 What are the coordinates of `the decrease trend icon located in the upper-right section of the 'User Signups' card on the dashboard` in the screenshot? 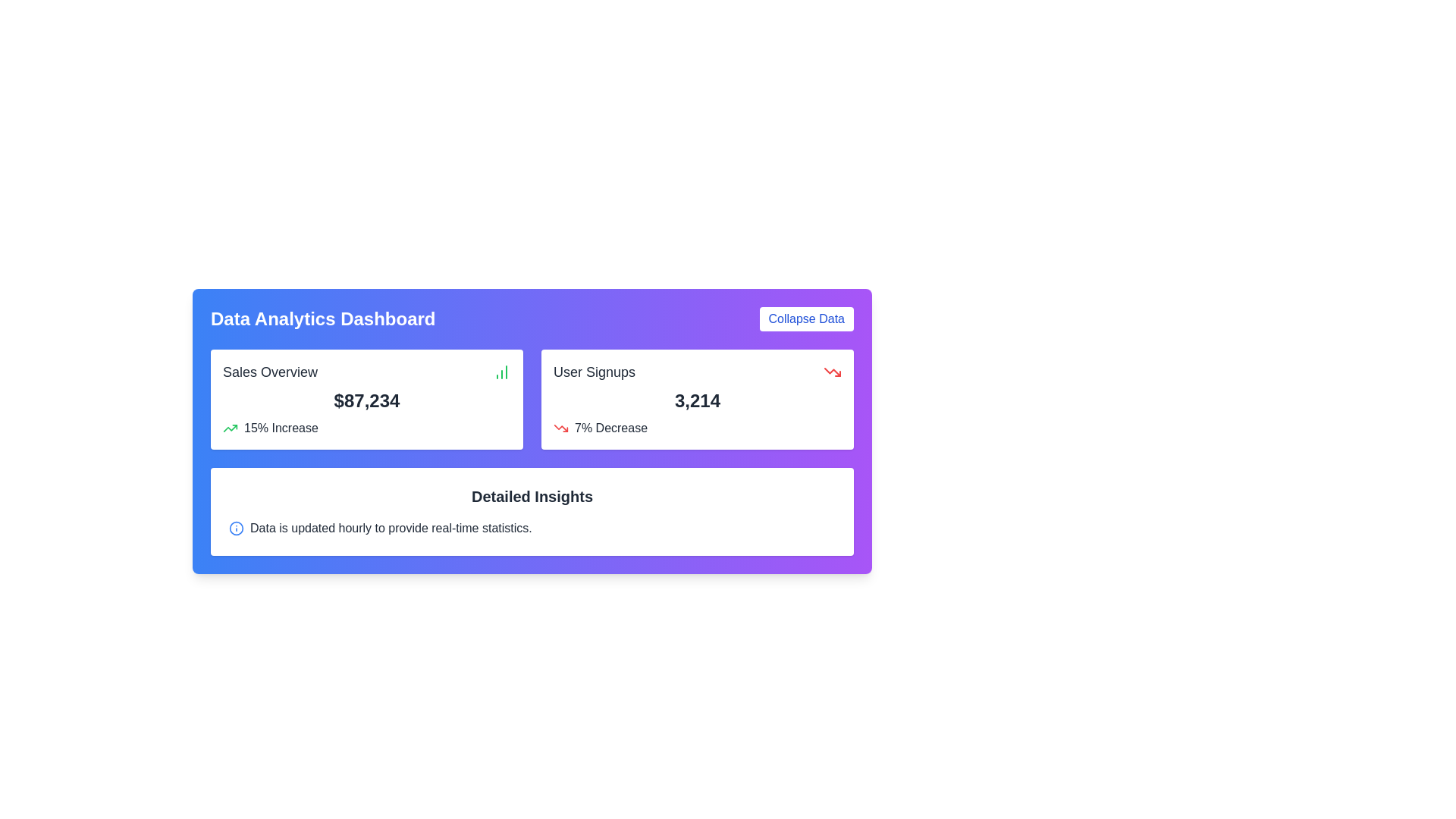 It's located at (560, 428).